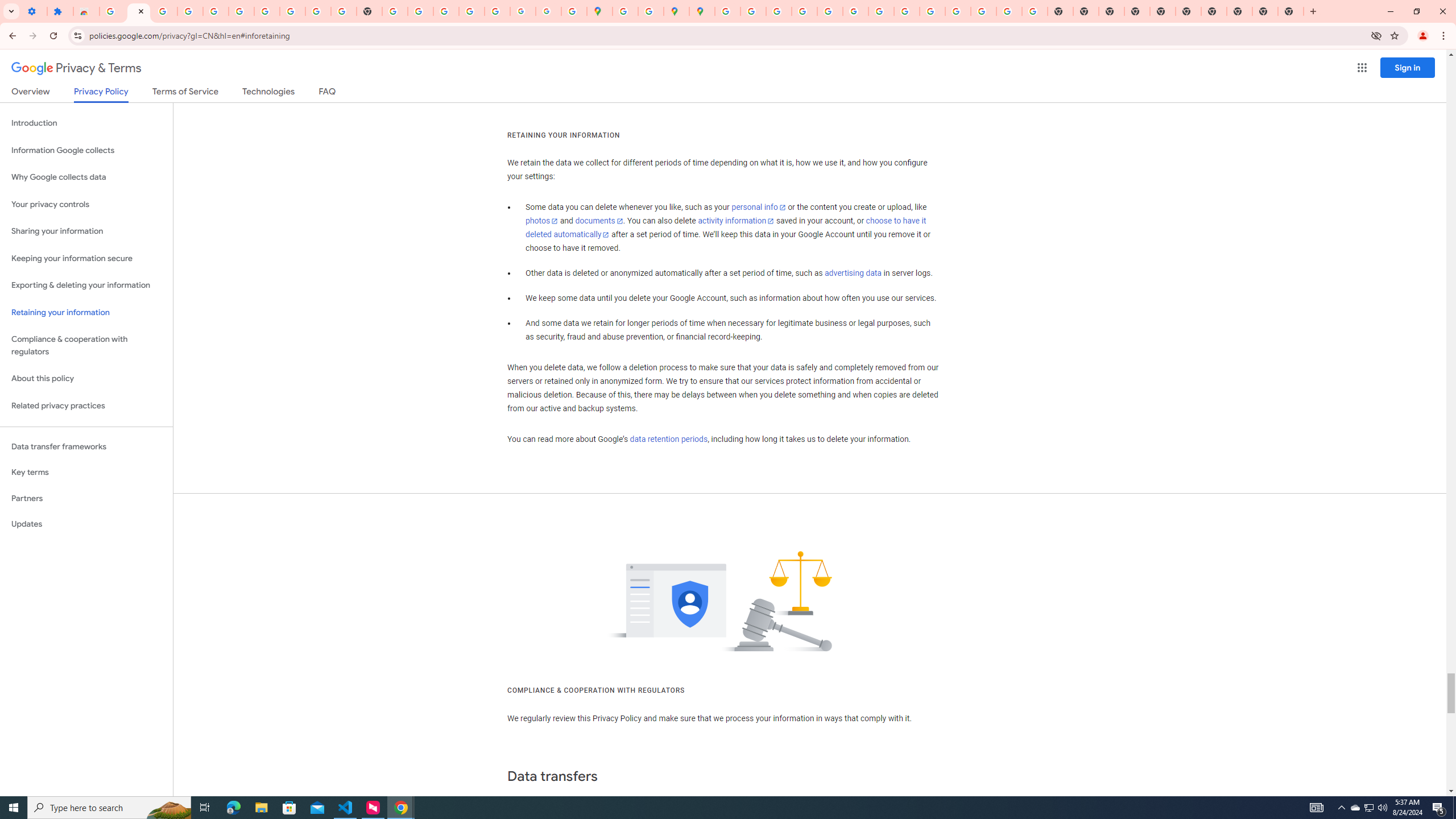 This screenshot has width=1456, height=819. Describe the element at coordinates (804, 11) in the screenshot. I see `'Privacy Help Center - Policies Help'` at that location.